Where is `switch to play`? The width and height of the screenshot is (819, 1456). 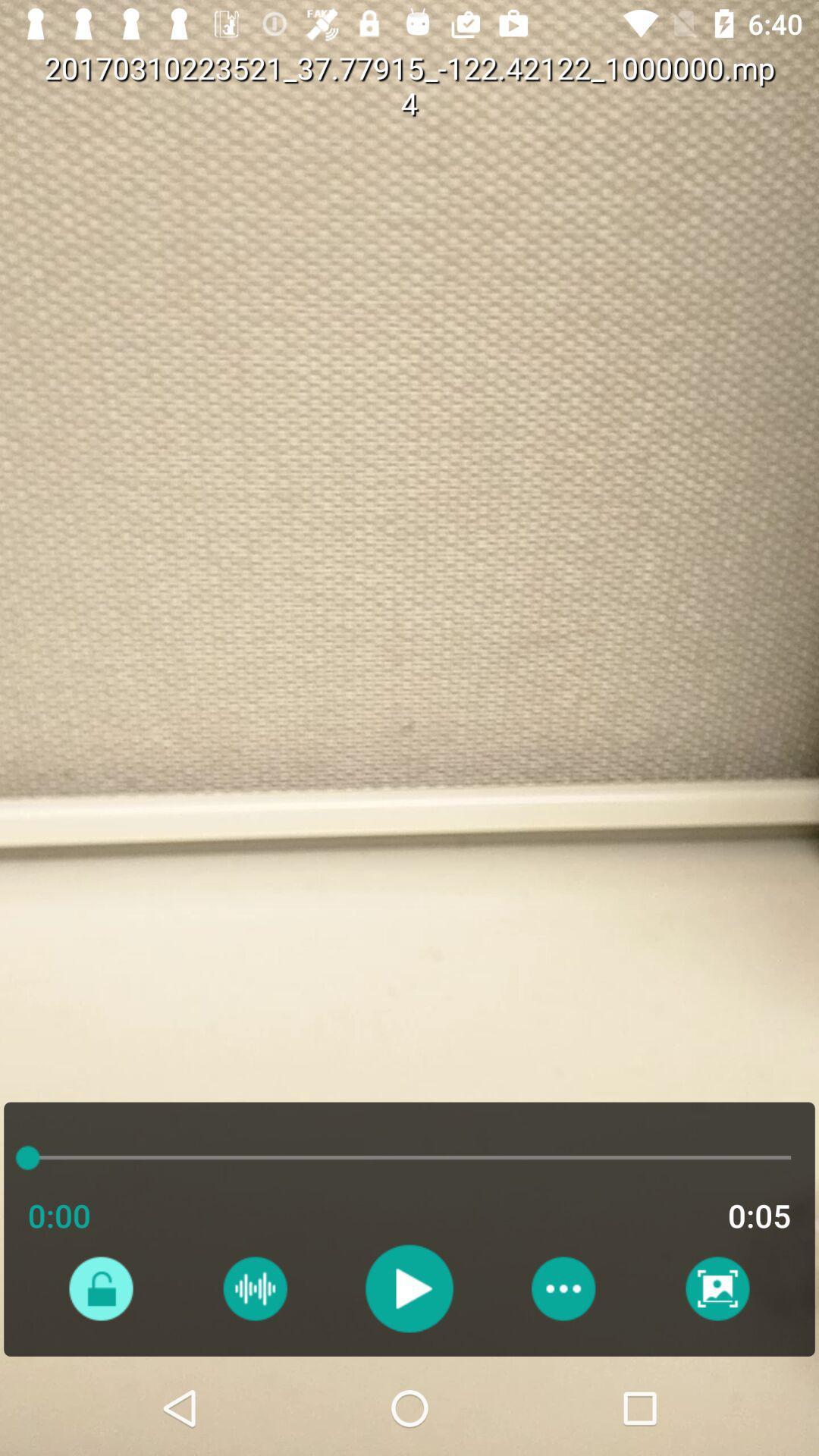
switch to play is located at coordinates (408, 1288).